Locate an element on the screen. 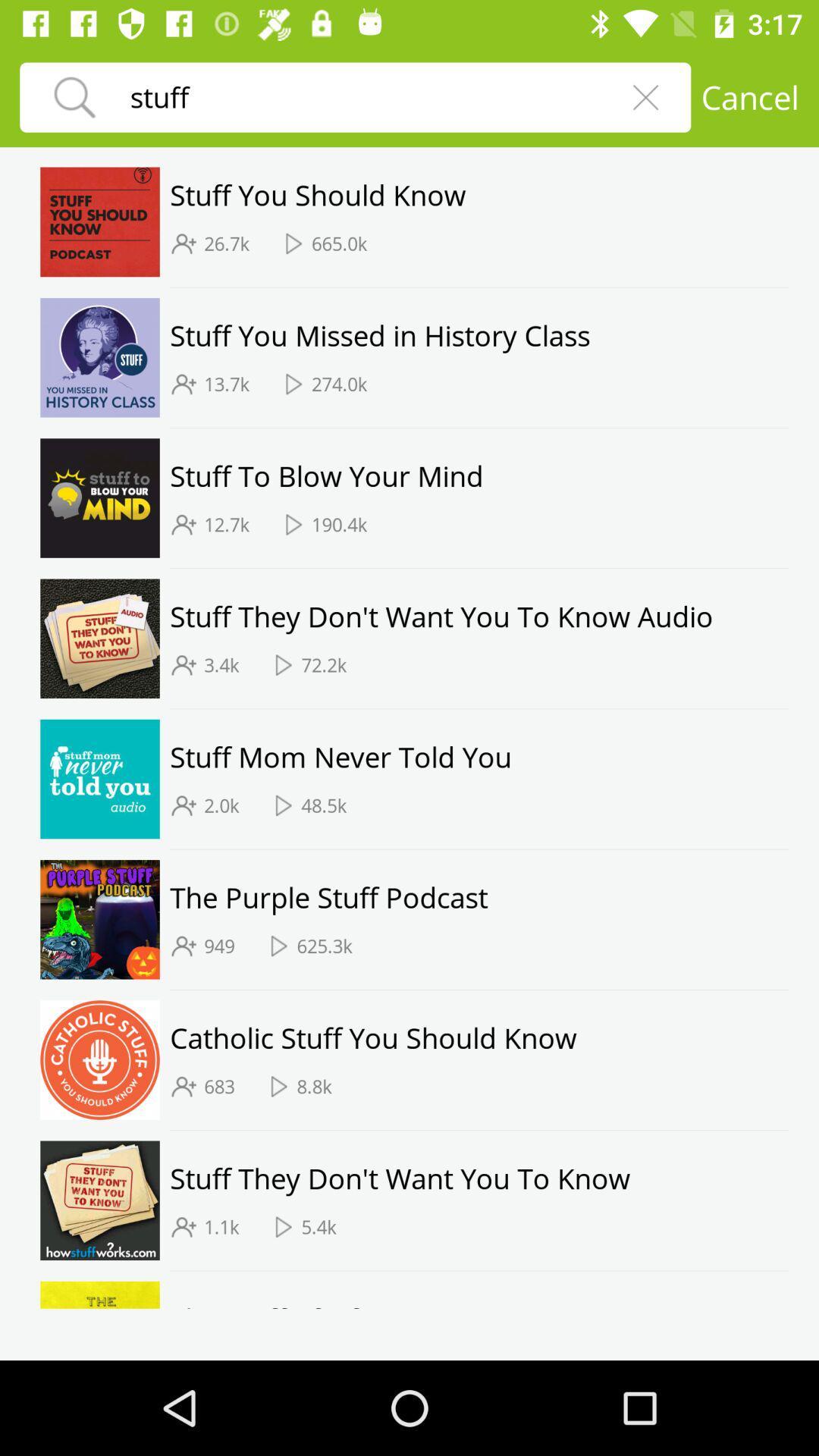  triangle icon in first option is located at coordinates (293, 243).